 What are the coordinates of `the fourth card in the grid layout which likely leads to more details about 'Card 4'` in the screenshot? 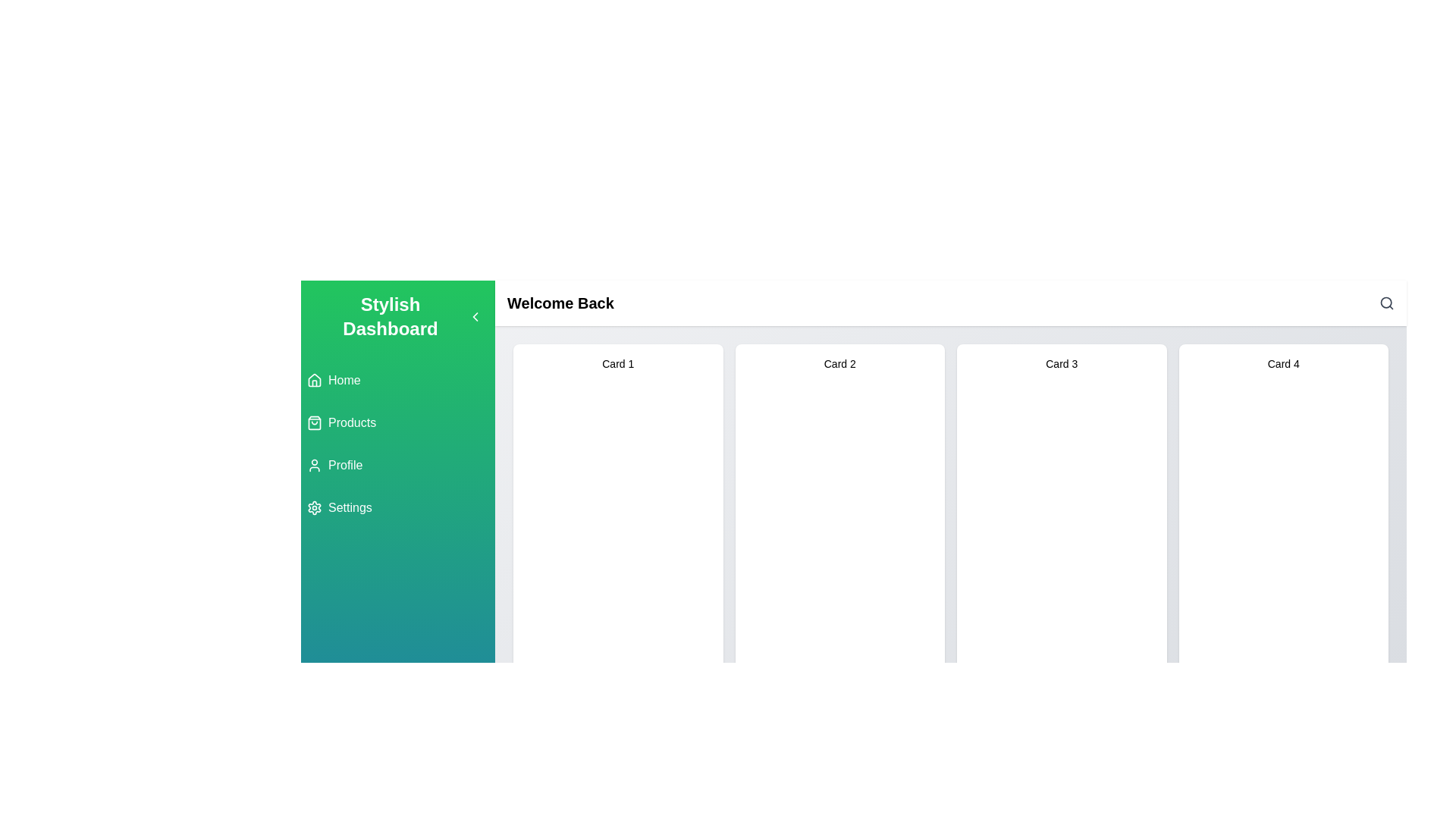 It's located at (1282, 525).